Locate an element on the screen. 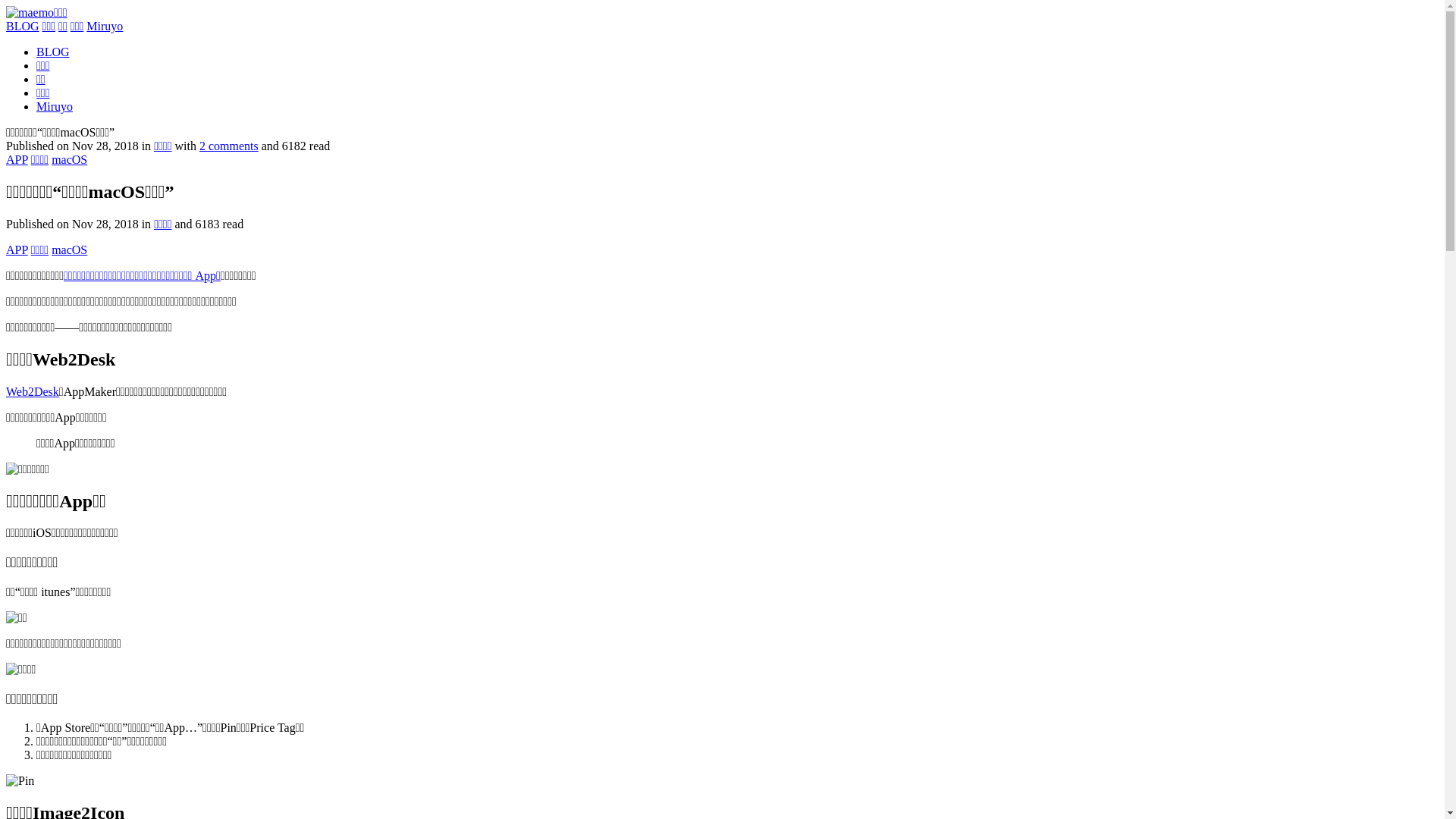 The width and height of the screenshot is (1456, 819). '2 comments' is located at coordinates (199, 146).